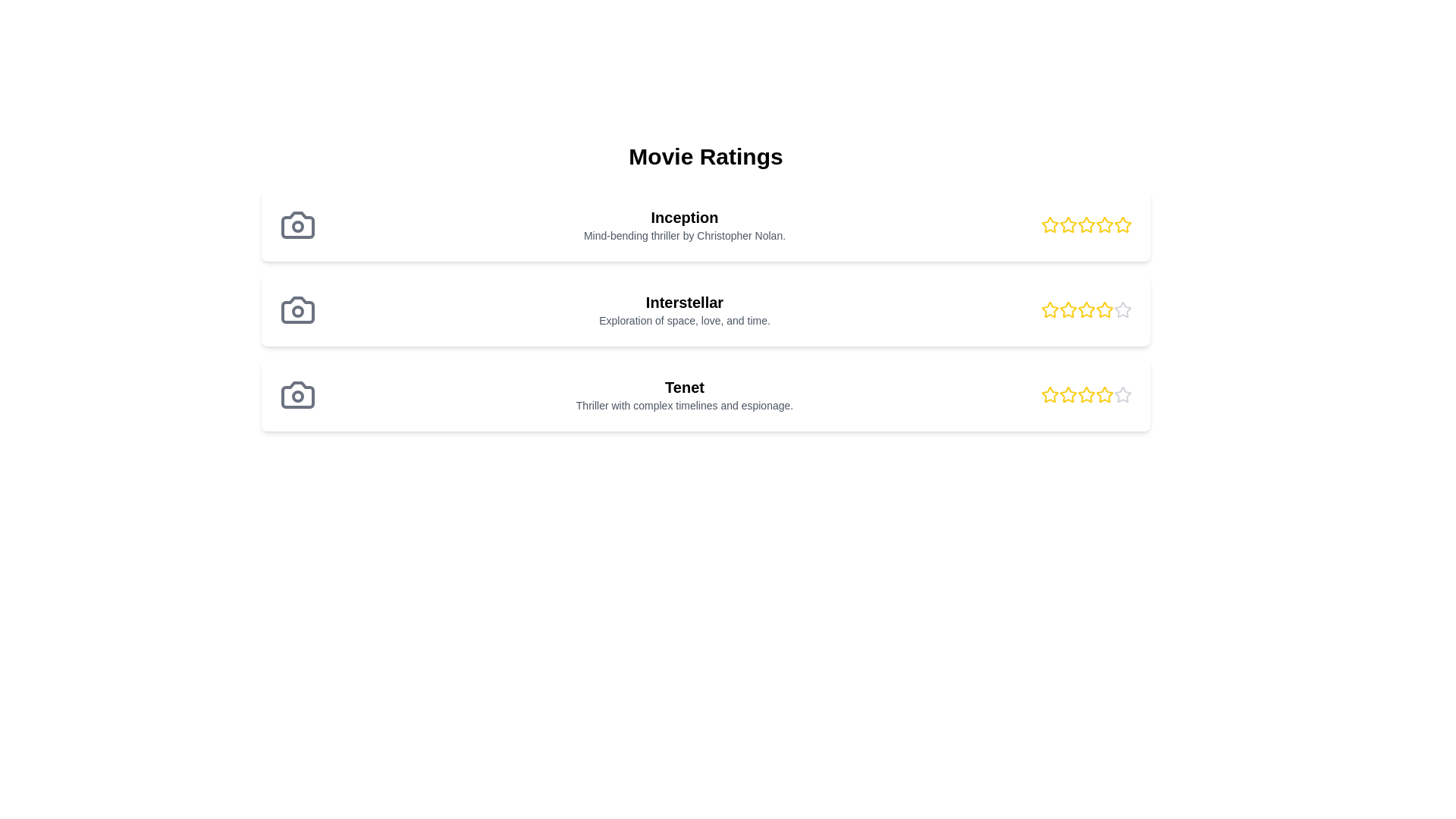 The image size is (1456, 819). What do you see at coordinates (1123, 309) in the screenshot?
I see `the fifth star in the interactive star rating element for the 'Interstellar' entry` at bounding box center [1123, 309].